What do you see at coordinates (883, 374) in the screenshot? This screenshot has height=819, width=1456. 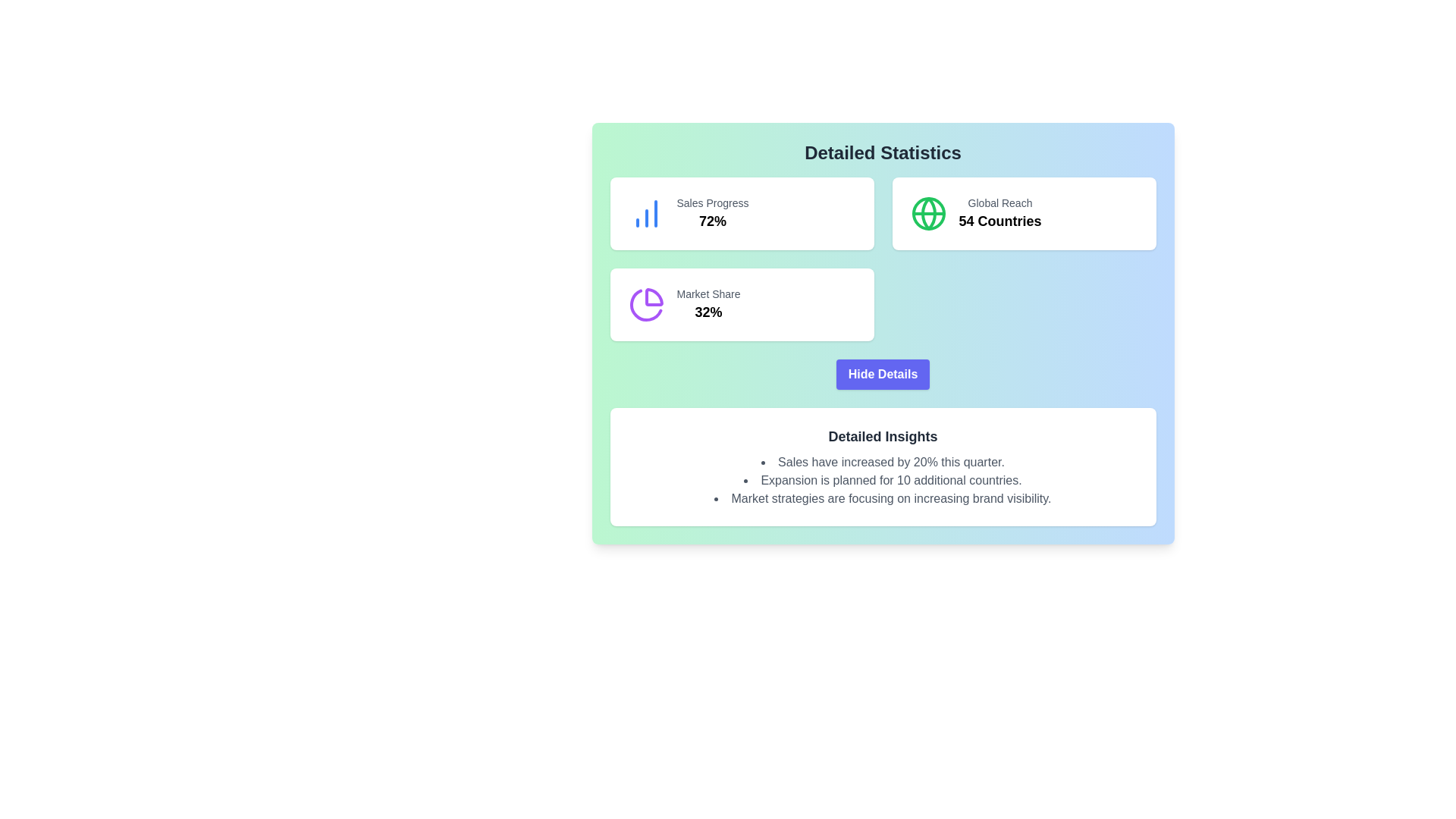 I see `the button that toggles the visibility of detailed information` at bounding box center [883, 374].